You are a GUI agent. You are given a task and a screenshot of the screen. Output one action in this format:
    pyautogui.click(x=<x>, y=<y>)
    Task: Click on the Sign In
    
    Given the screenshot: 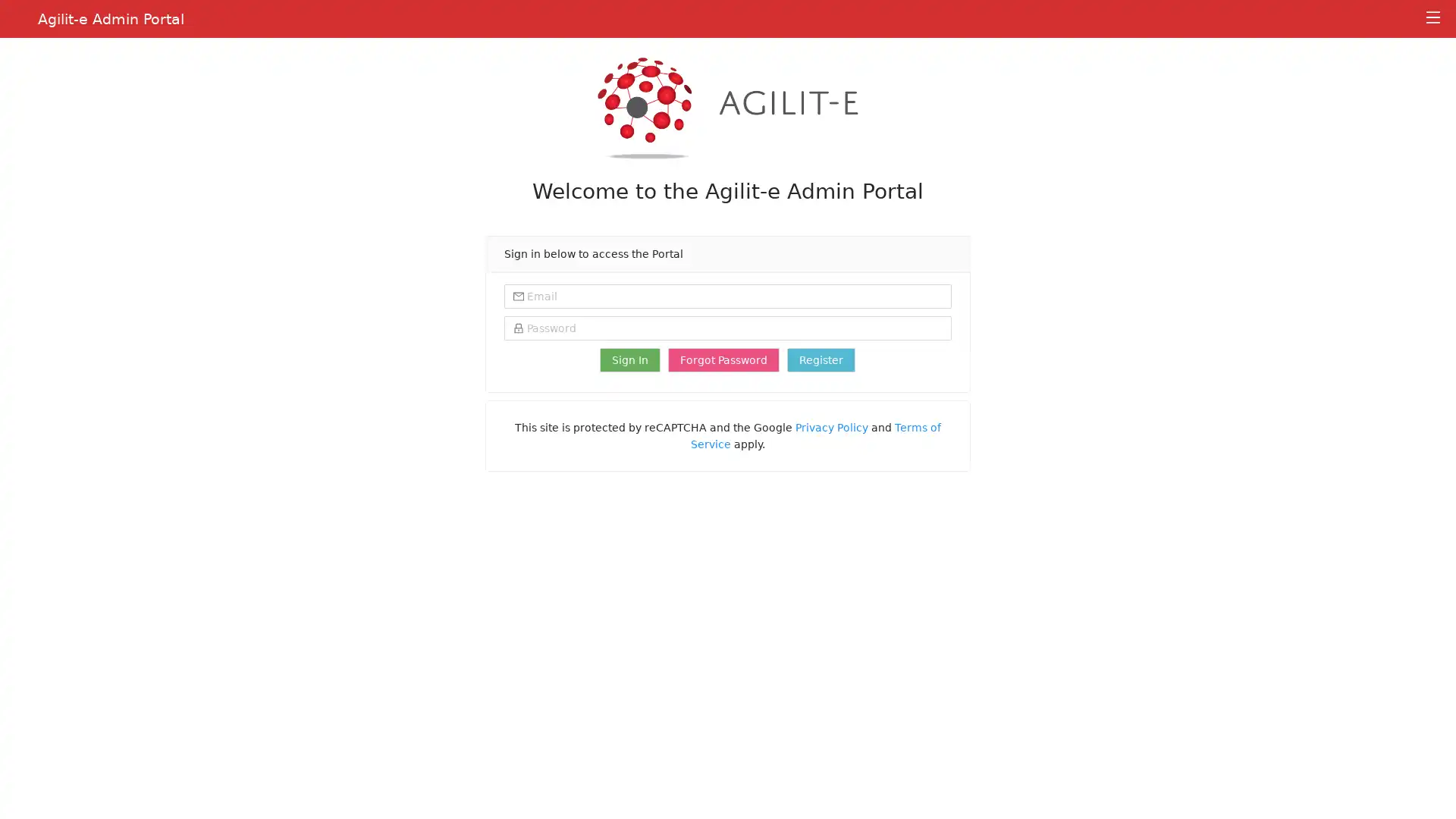 What is the action you would take?
    pyautogui.click(x=629, y=359)
    